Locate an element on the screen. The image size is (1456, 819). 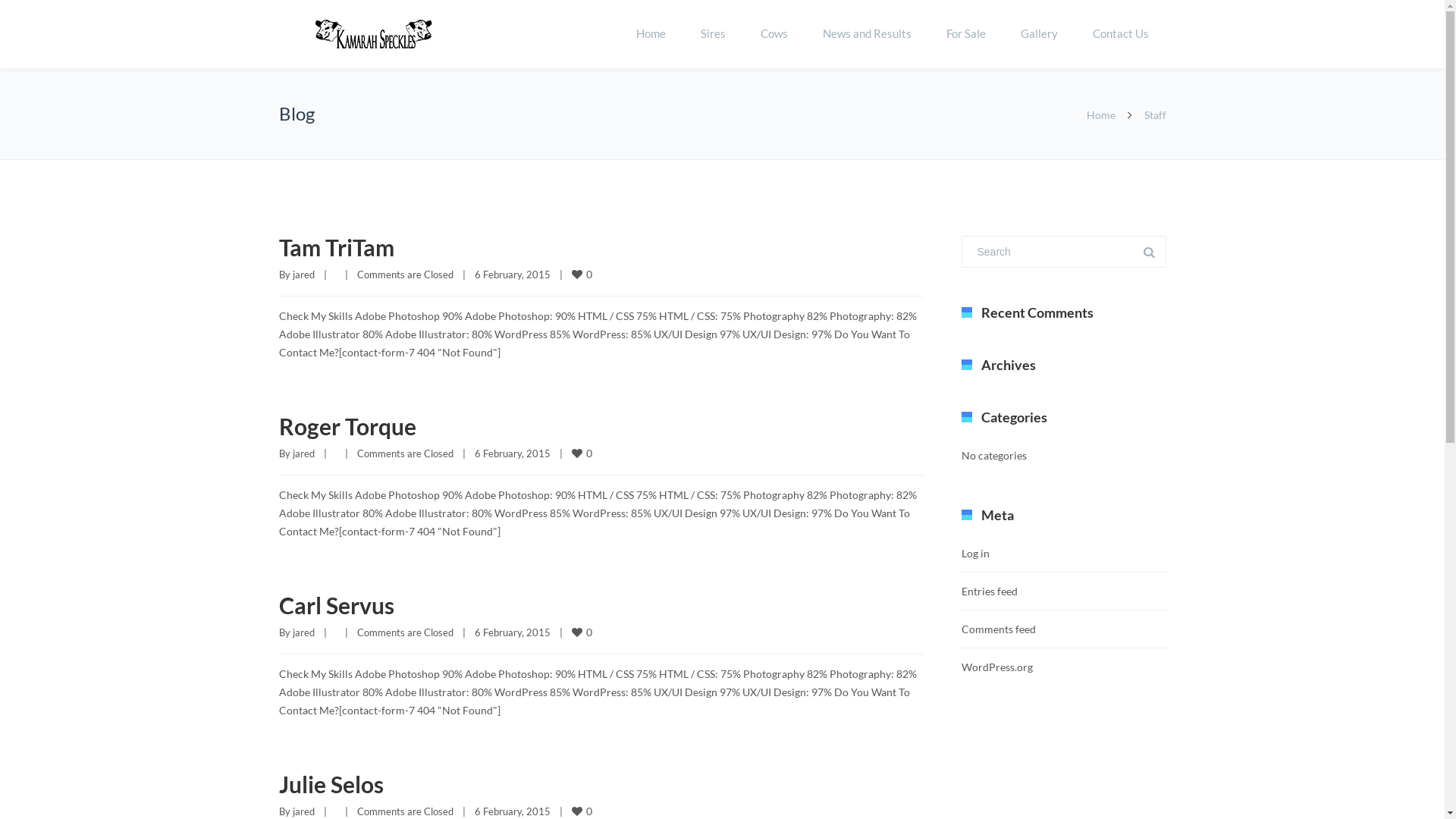
'For Sale' is located at coordinates (964, 34).